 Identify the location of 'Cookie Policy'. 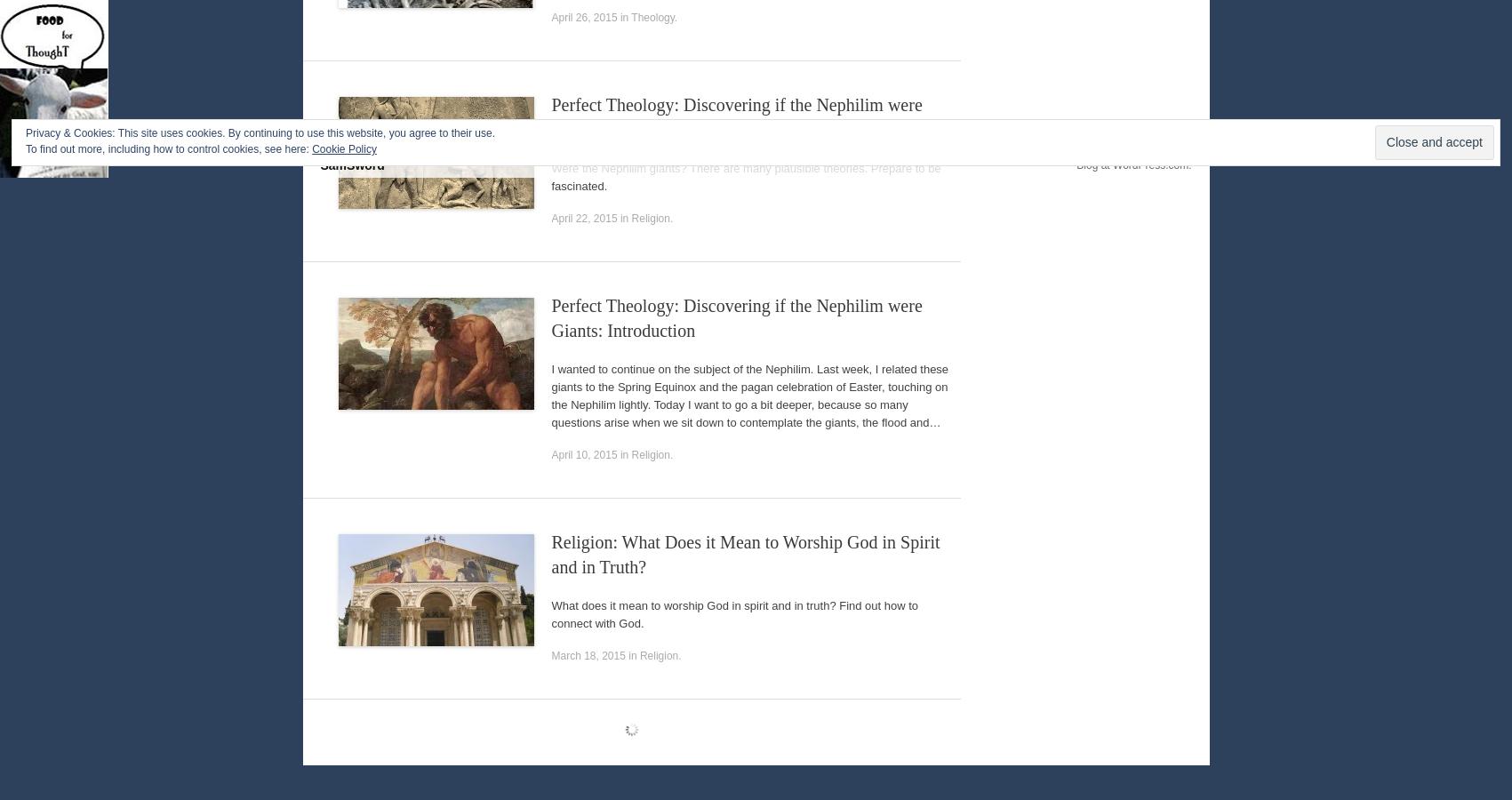
(342, 149).